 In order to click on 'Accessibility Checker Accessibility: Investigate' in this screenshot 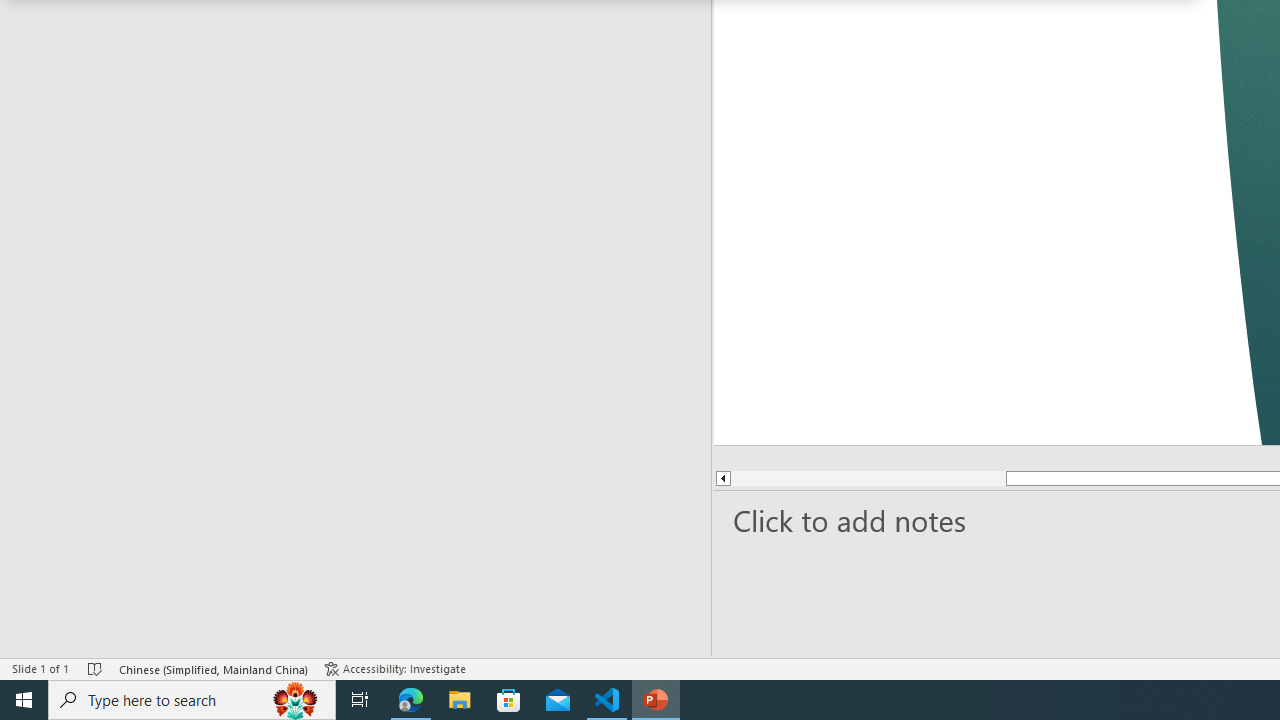, I will do `click(397, 669)`.